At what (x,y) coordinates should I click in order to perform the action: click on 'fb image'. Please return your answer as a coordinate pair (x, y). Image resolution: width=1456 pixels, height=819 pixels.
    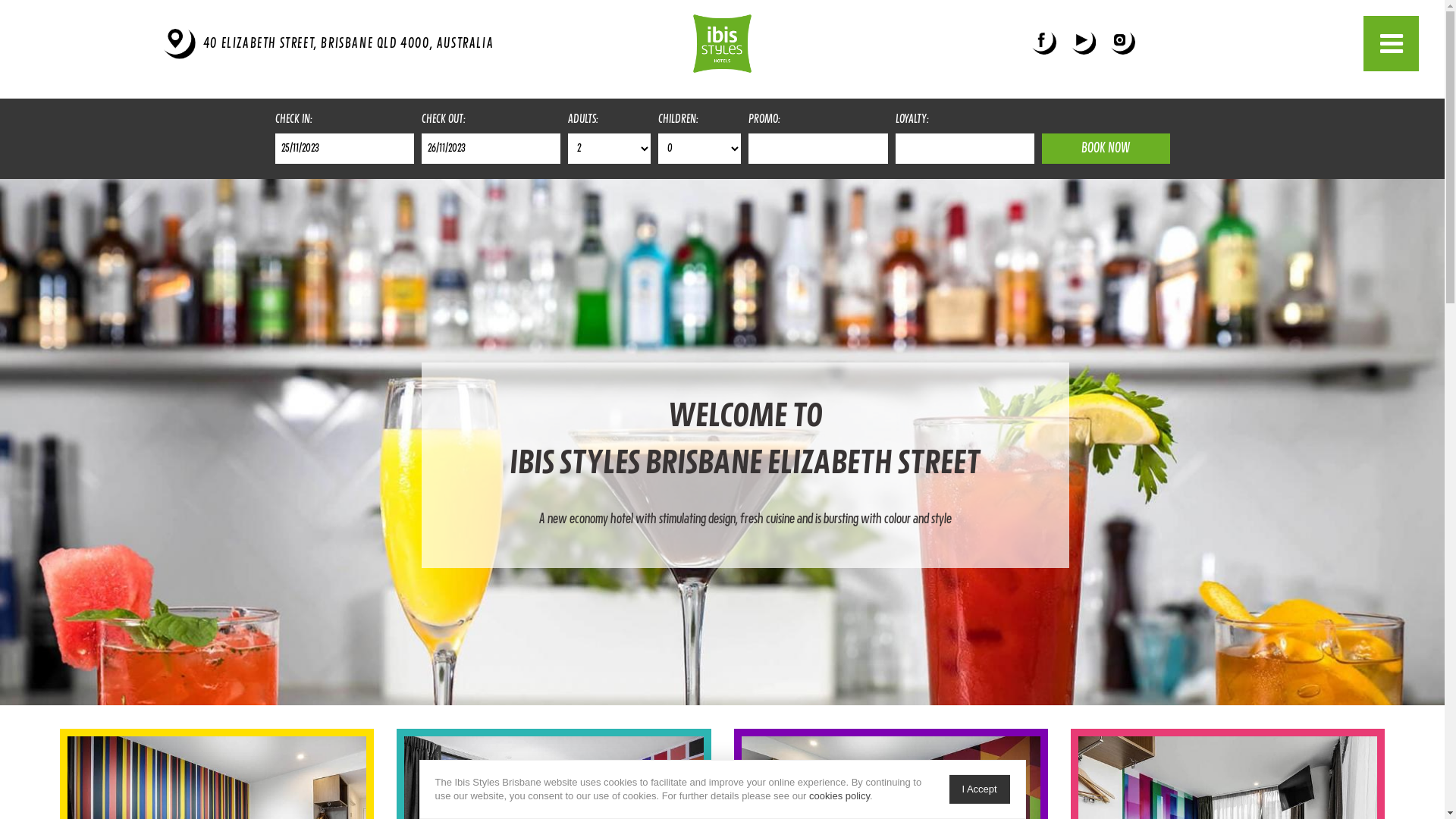
    Looking at the image, I should click on (1043, 42).